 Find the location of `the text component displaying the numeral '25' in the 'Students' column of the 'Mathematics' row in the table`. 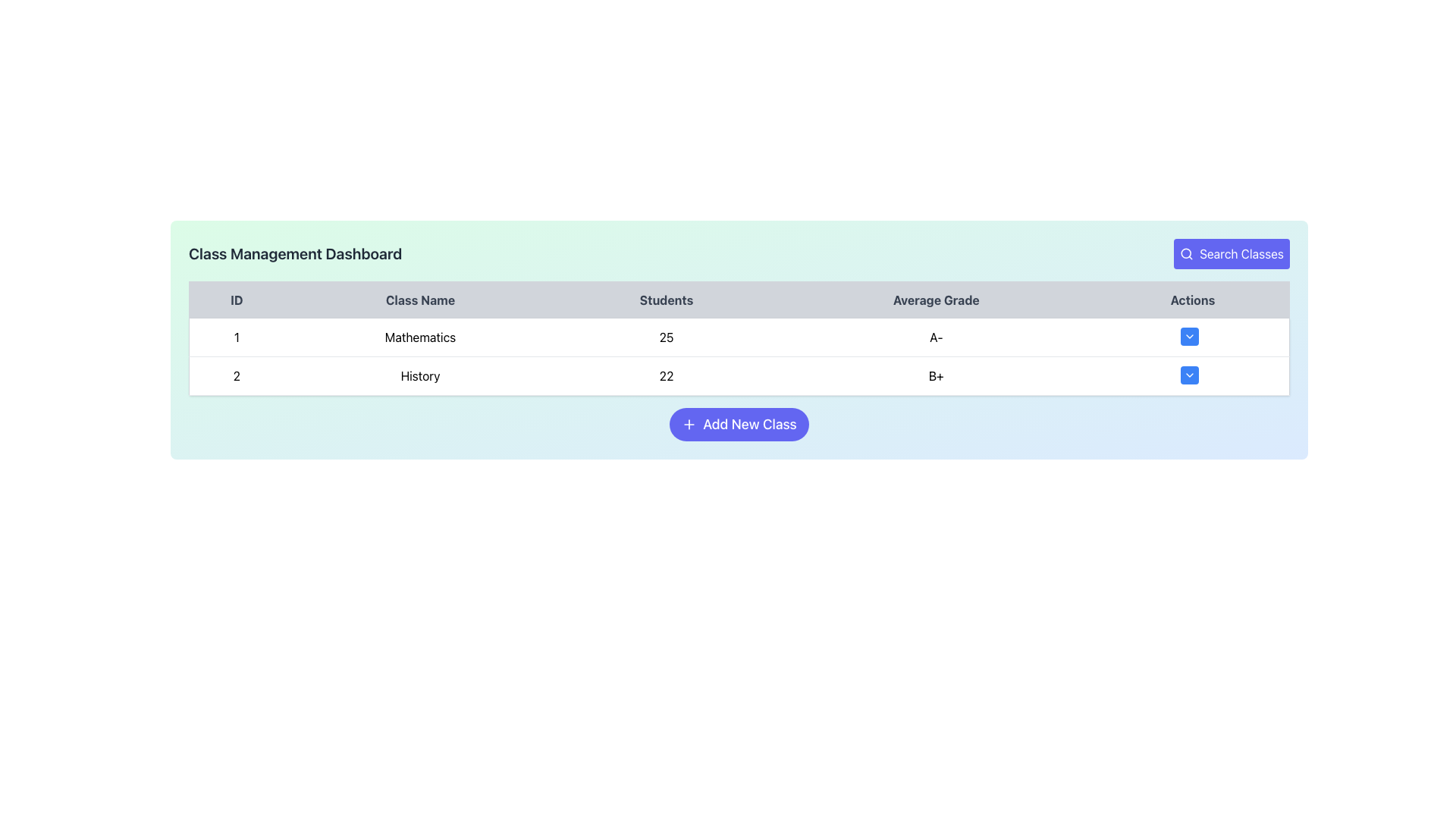

the text component displaying the numeral '25' in the 'Students' column of the 'Mathematics' row in the table is located at coordinates (666, 337).